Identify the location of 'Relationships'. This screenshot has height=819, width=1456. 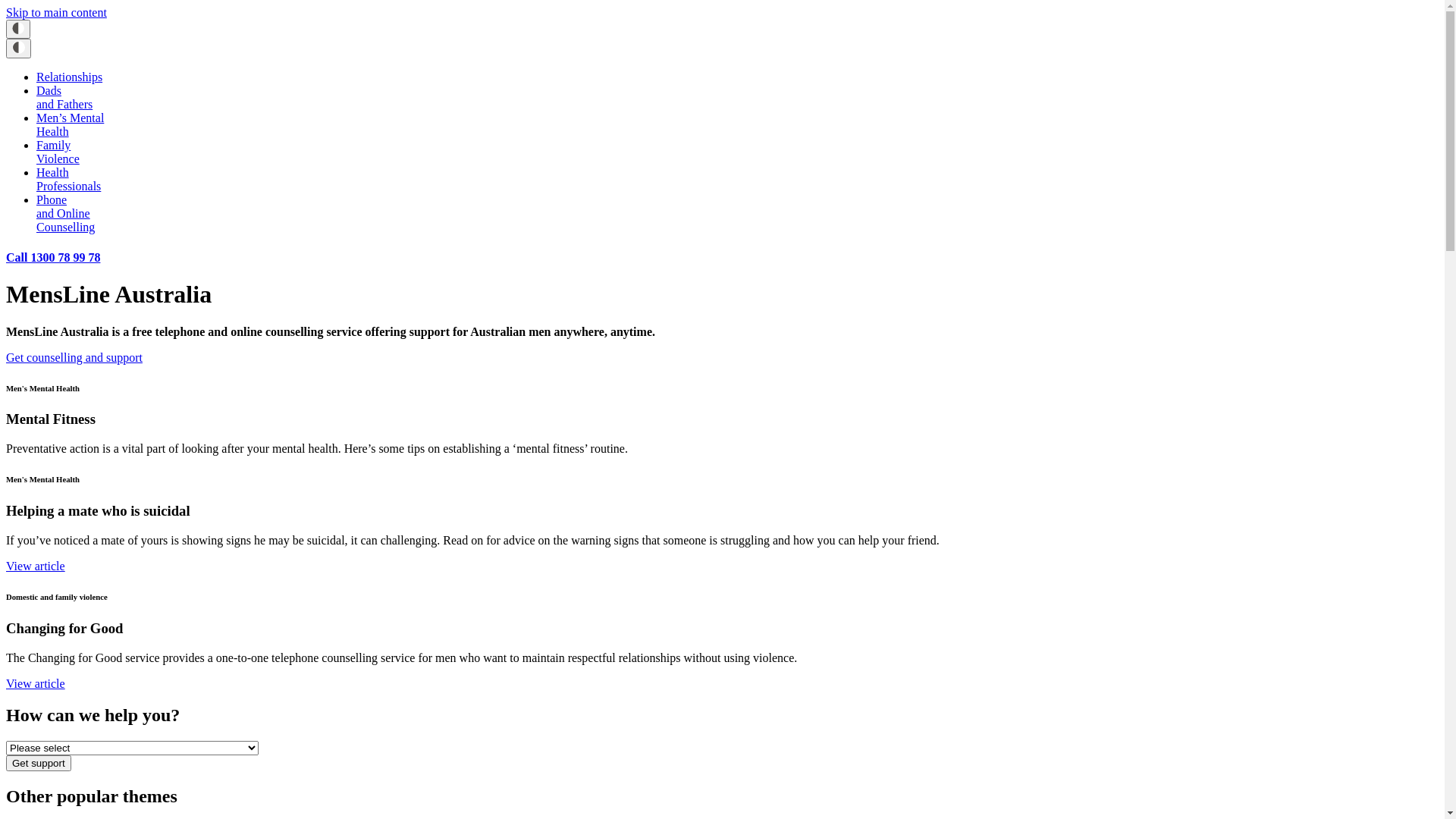
(68, 77).